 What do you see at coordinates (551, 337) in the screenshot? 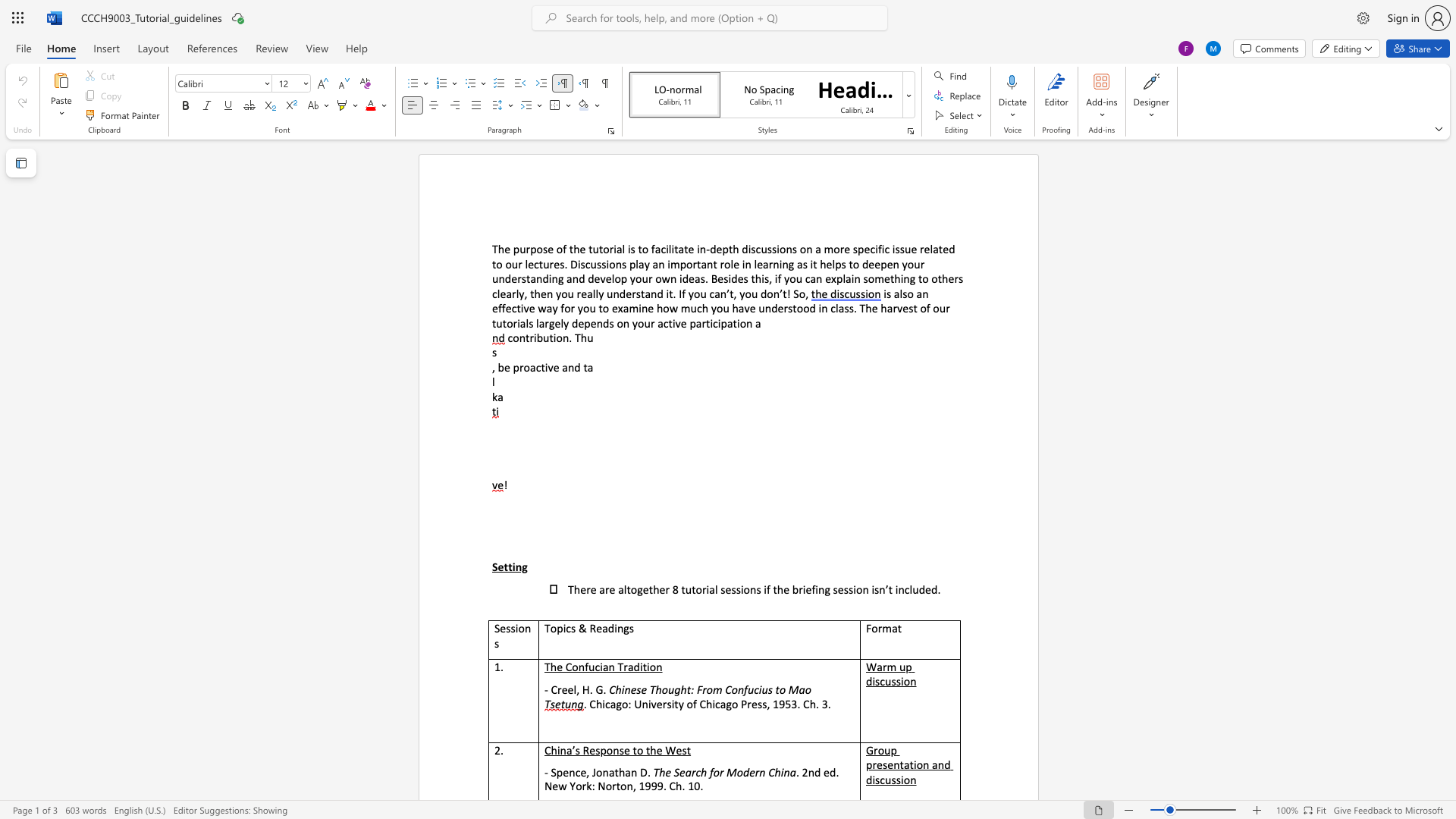
I see `the 2th character "t" in the text` at bounding box center [551, 337].